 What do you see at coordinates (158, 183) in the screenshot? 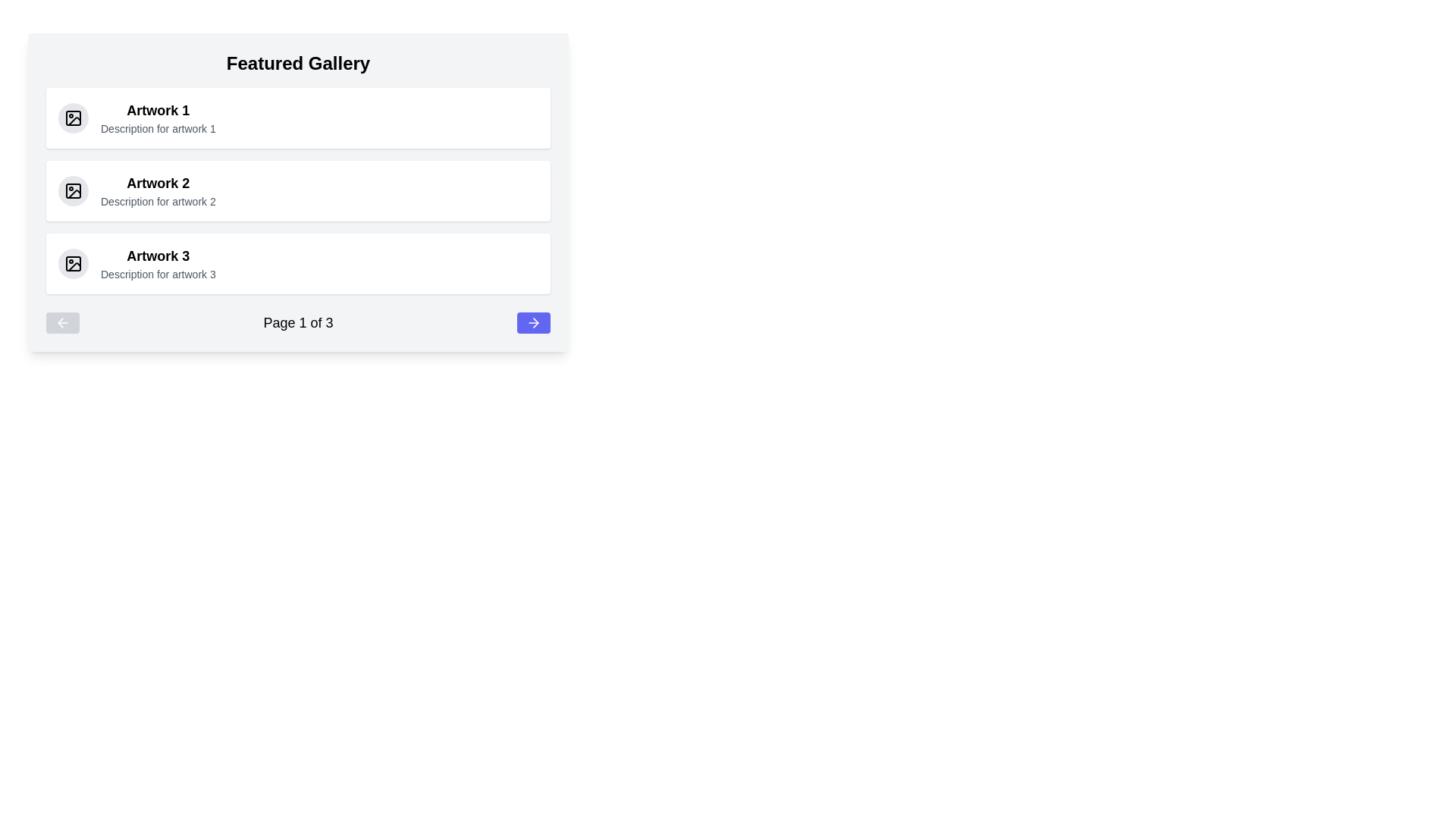
I see `the bold title 'Artwork 2' in the second card of the 'Featured Gallery' section` at bounding box center [158, 183].